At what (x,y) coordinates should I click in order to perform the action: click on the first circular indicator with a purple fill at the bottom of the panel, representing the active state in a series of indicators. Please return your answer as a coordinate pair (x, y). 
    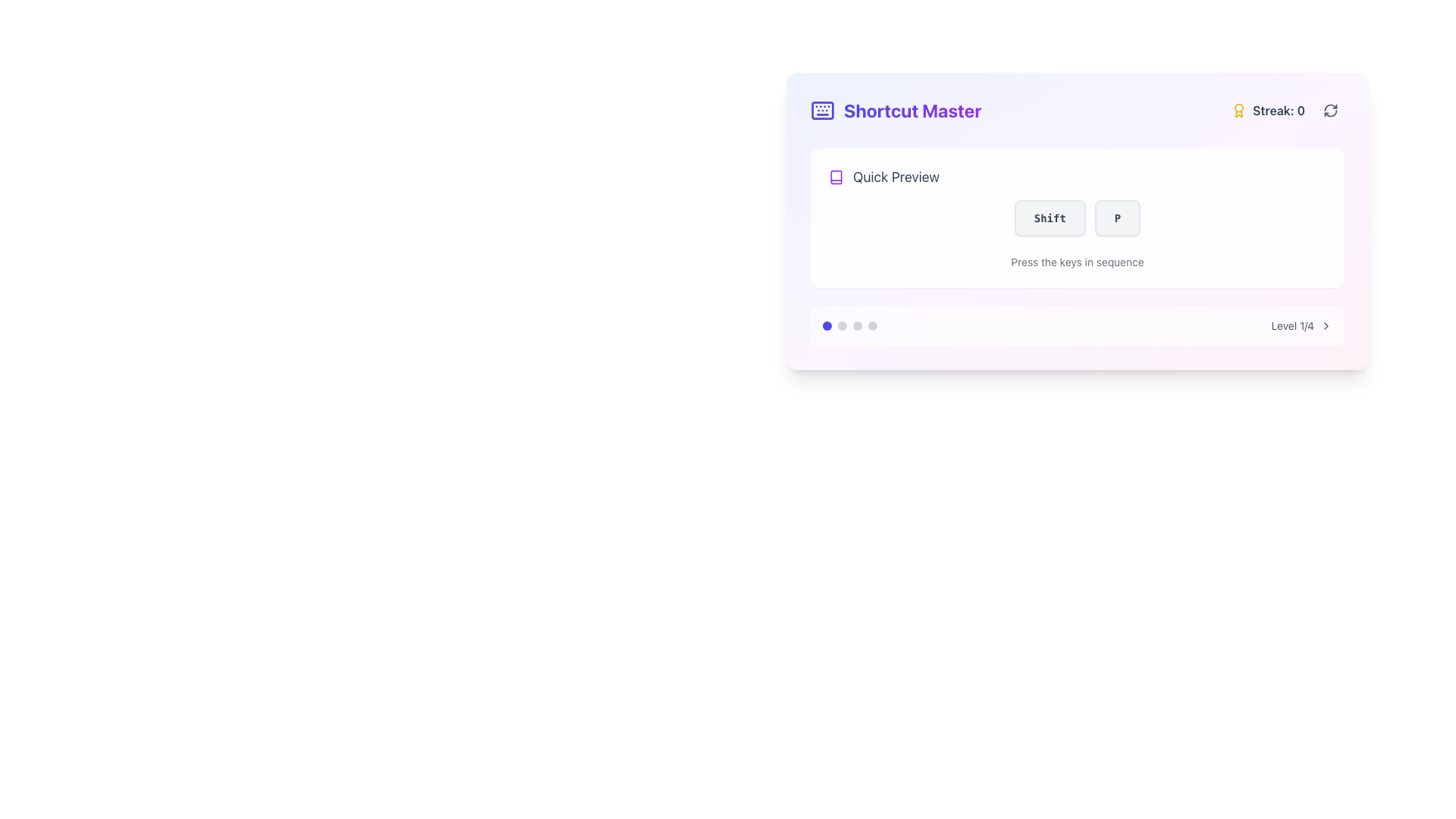
    Looking at the image, I should click on (826, 325).